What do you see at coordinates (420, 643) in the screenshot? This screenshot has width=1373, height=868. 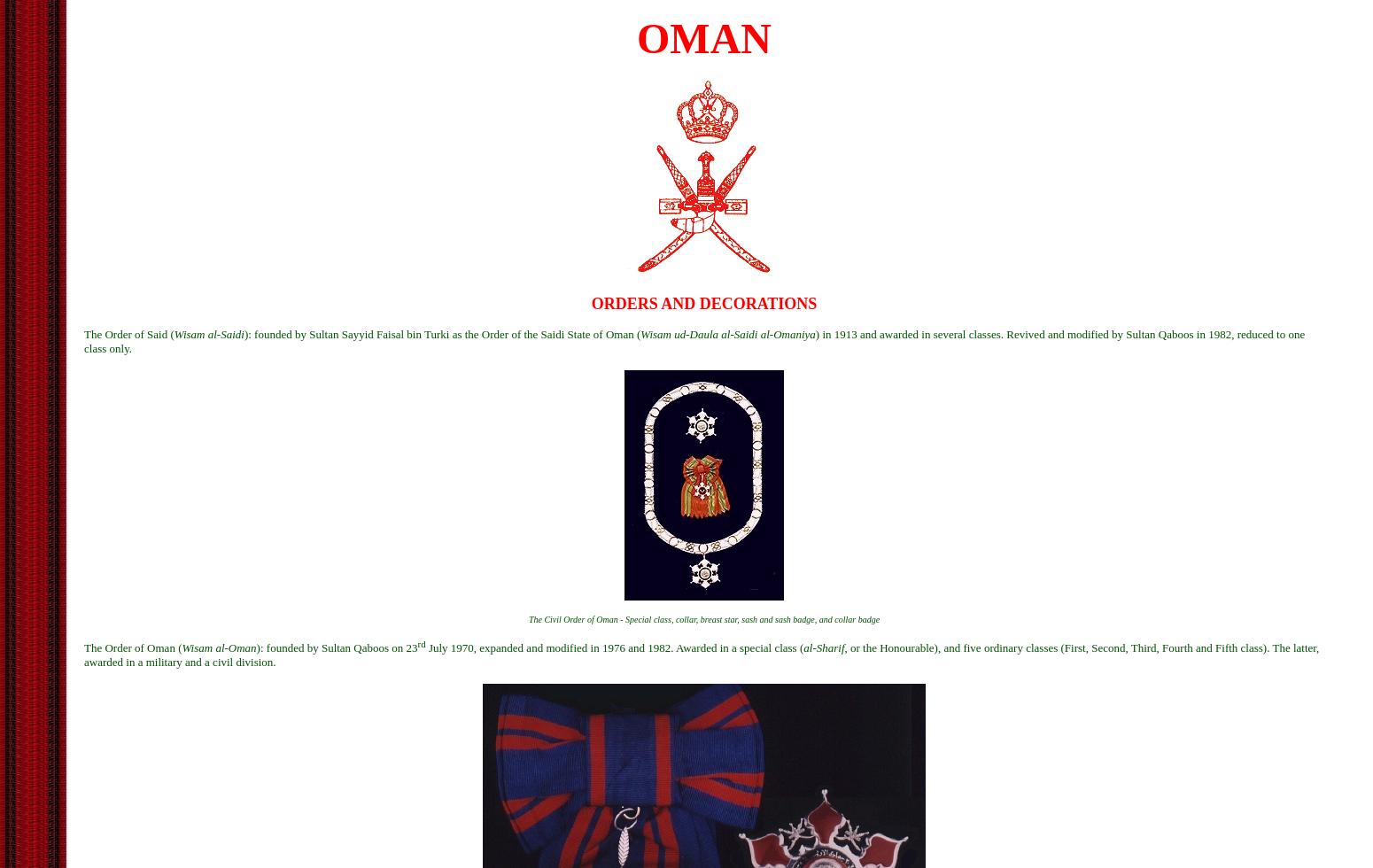 I see `'rd'` at bounding box center [420, 643].